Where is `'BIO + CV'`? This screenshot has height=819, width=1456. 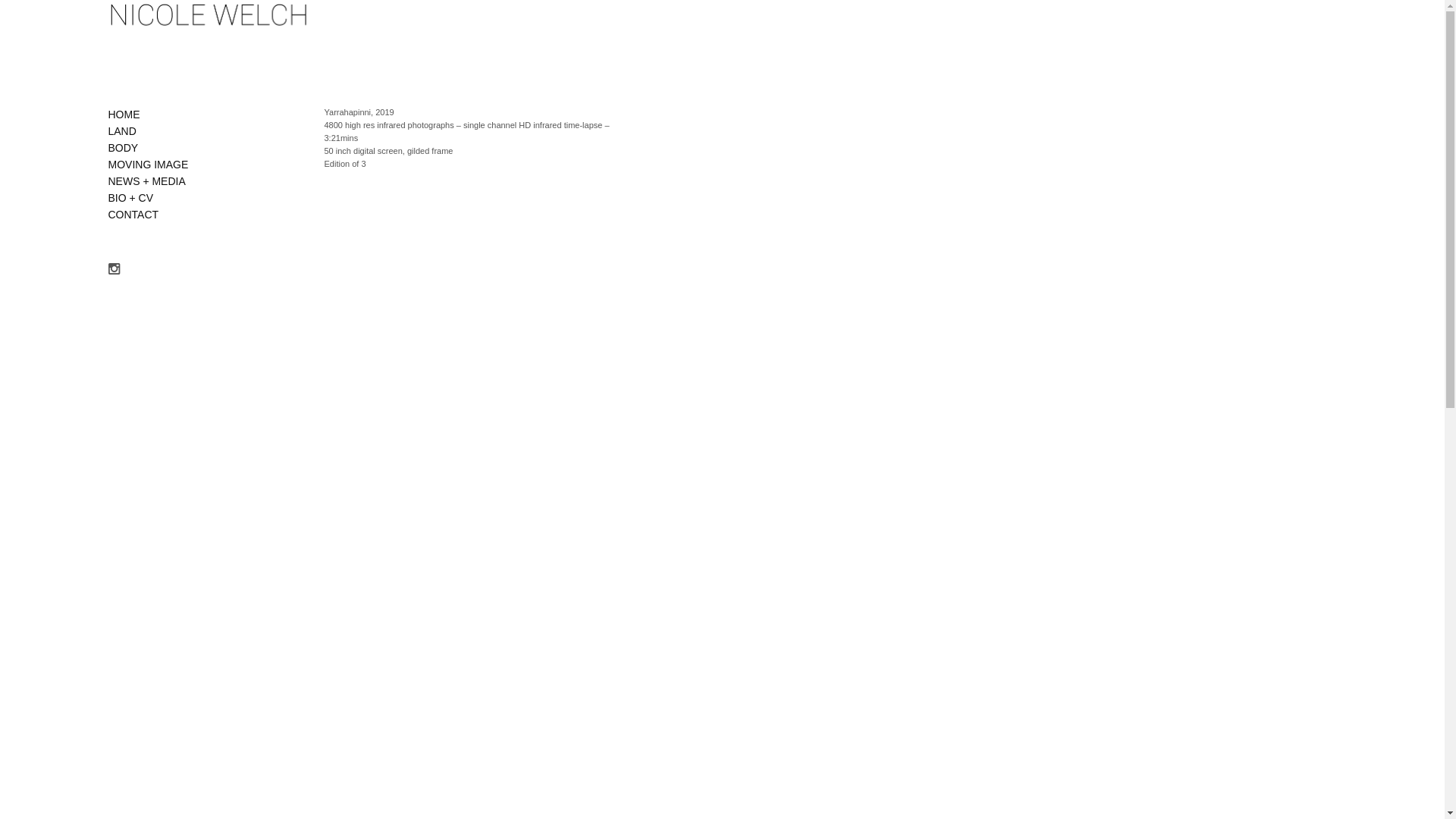
'BIO + CV' is located at coordinates (130, 197).